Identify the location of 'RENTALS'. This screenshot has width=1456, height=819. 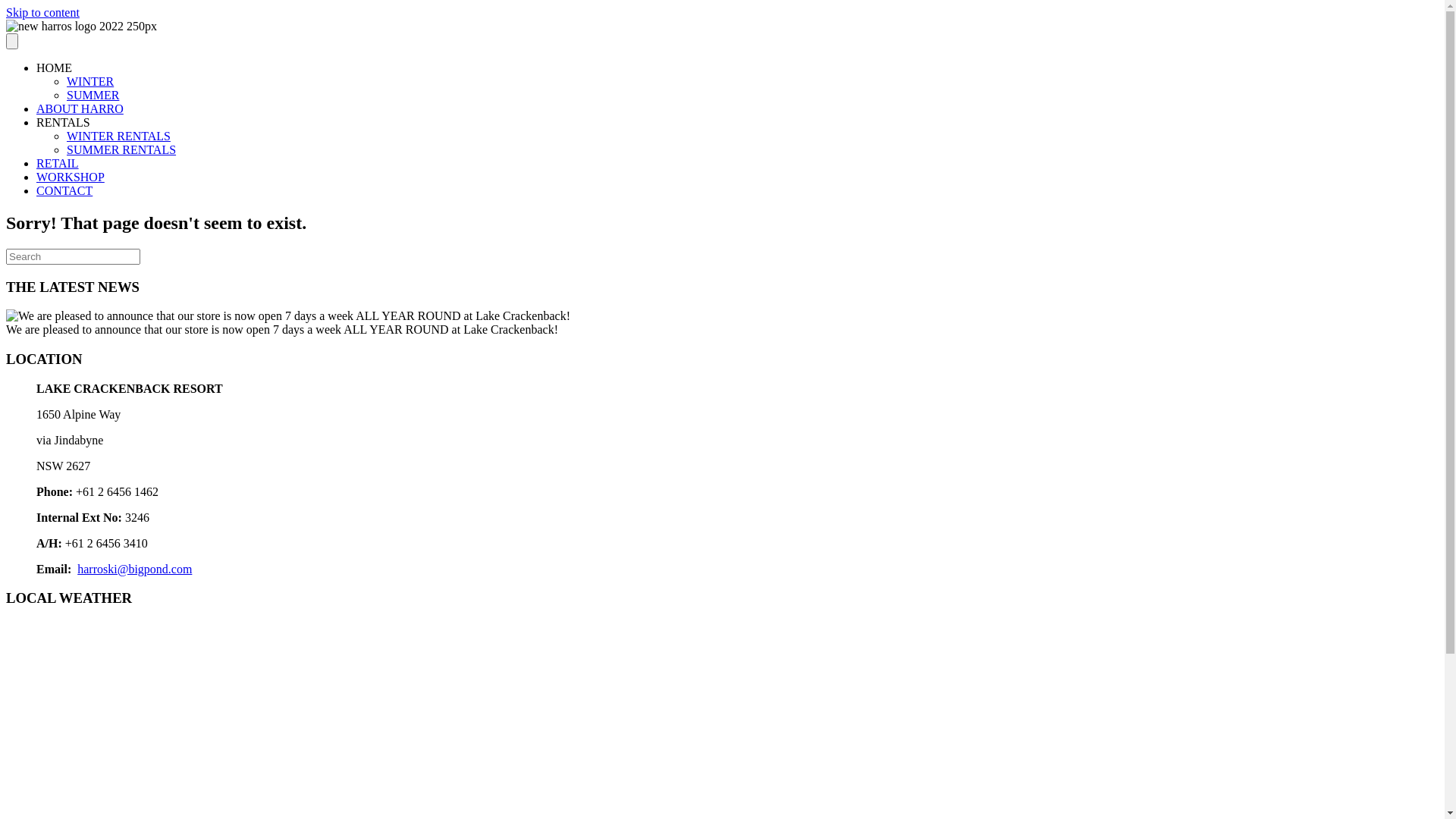
(62, 121).